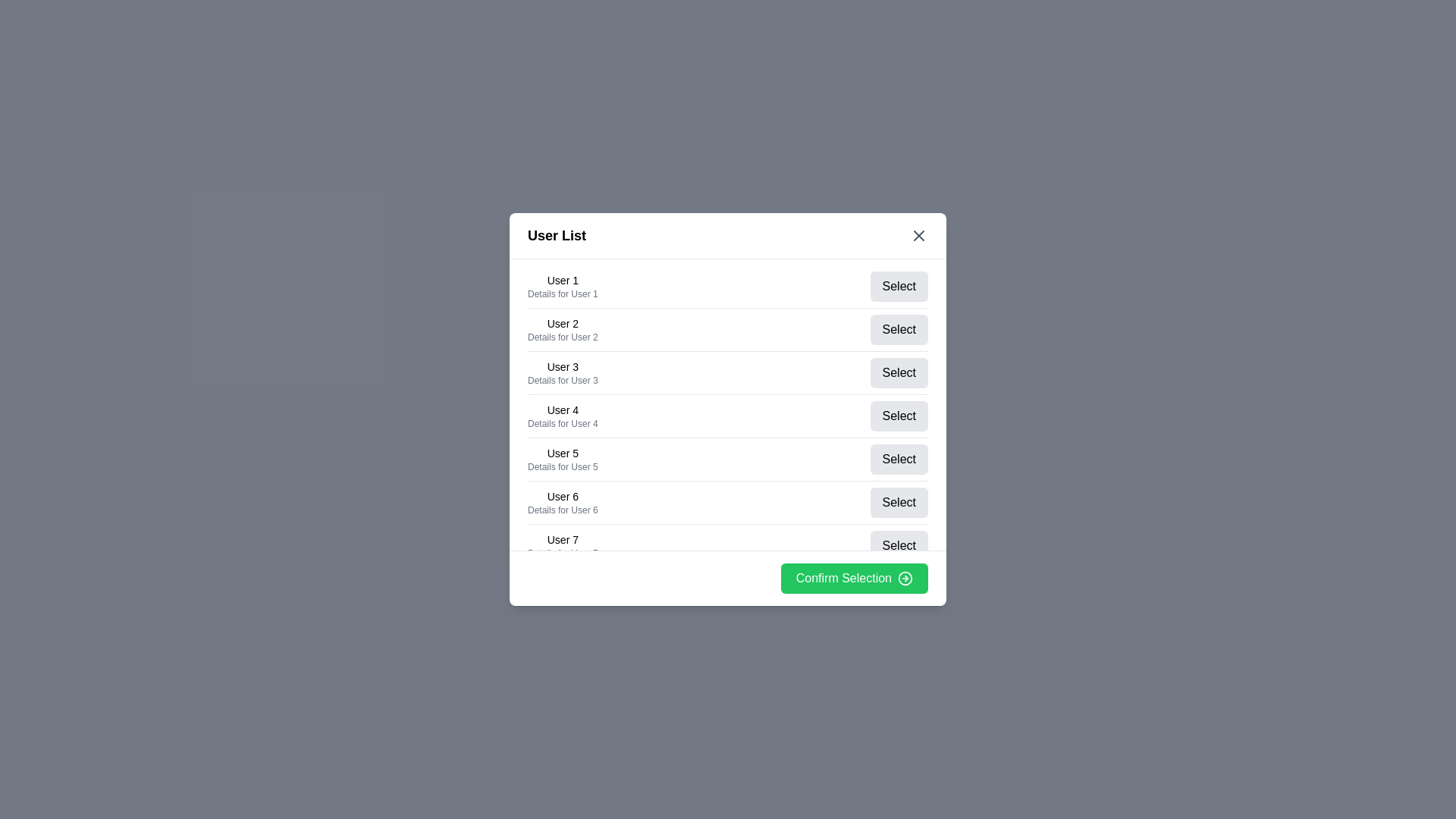 The image size is (1456, 819). What do you see at coordinates (899, 416) in the screenshot?
I see `'Select' button for user 4` at bounding box center [899, 416].